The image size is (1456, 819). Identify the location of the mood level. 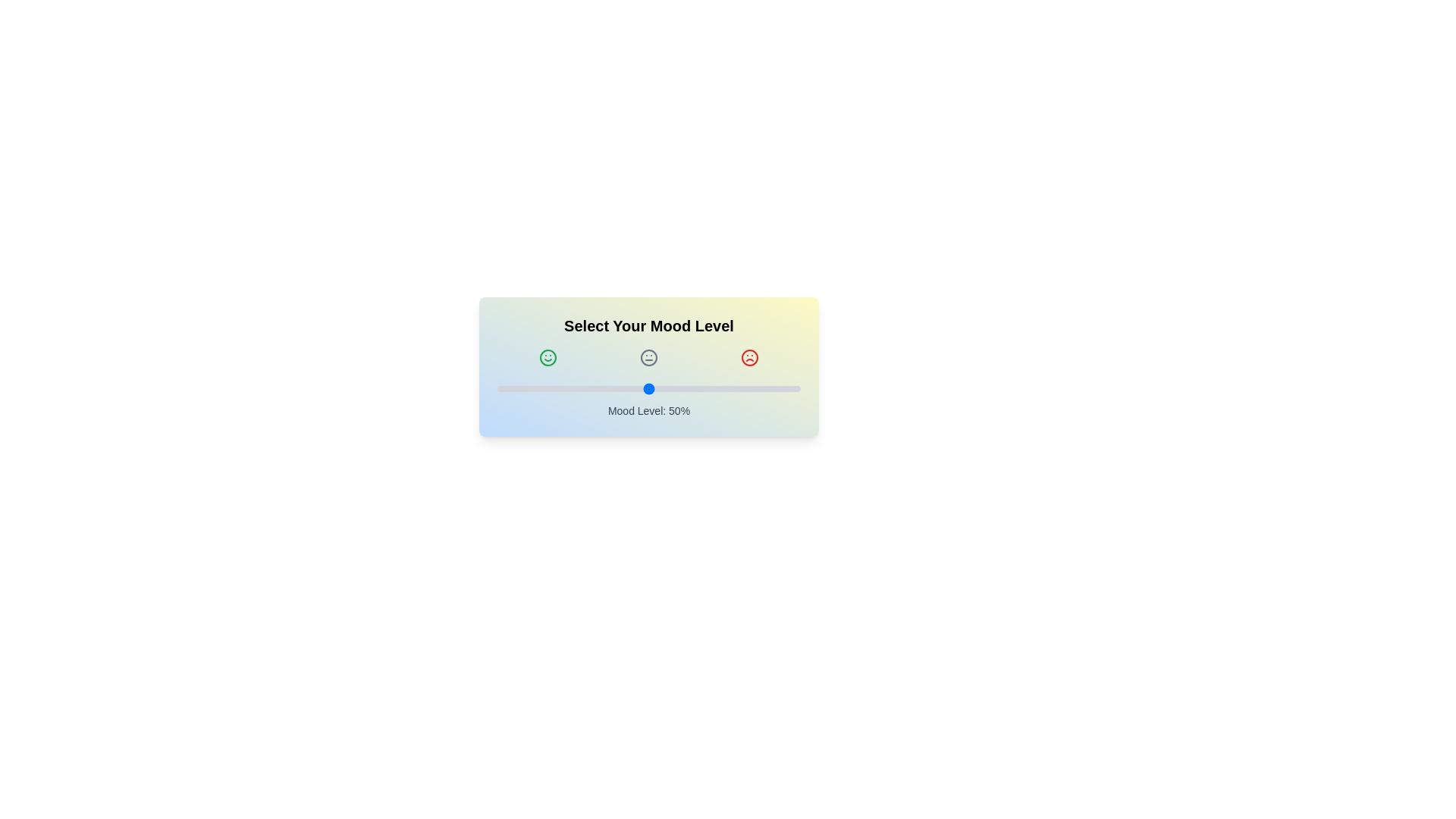
(596, 388).